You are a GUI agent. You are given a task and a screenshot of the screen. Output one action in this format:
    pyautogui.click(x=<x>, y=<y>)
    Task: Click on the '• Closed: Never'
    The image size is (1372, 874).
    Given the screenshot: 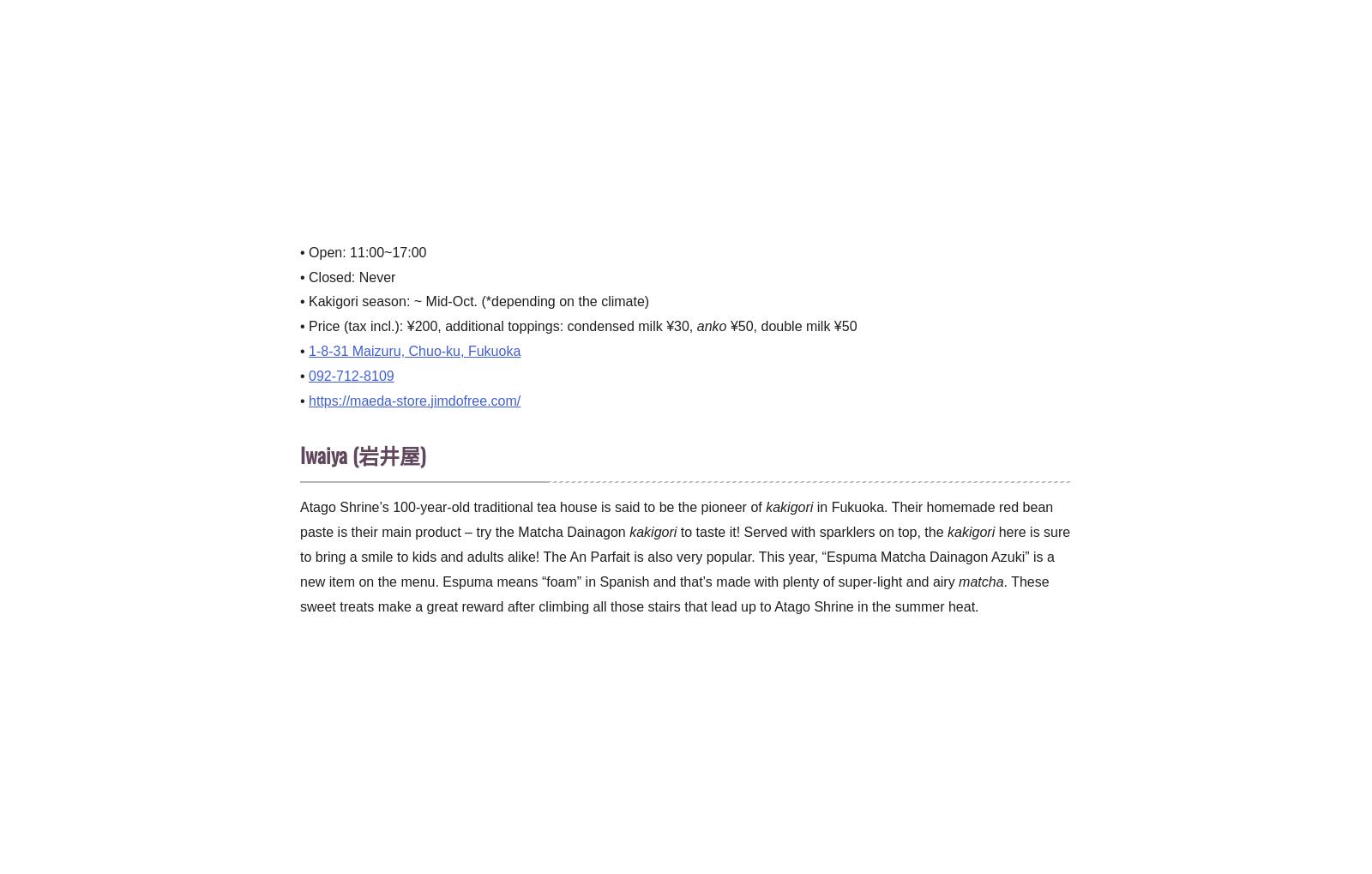 What is the action you would take?
    pyautogui.click(x=346, y=275)
    